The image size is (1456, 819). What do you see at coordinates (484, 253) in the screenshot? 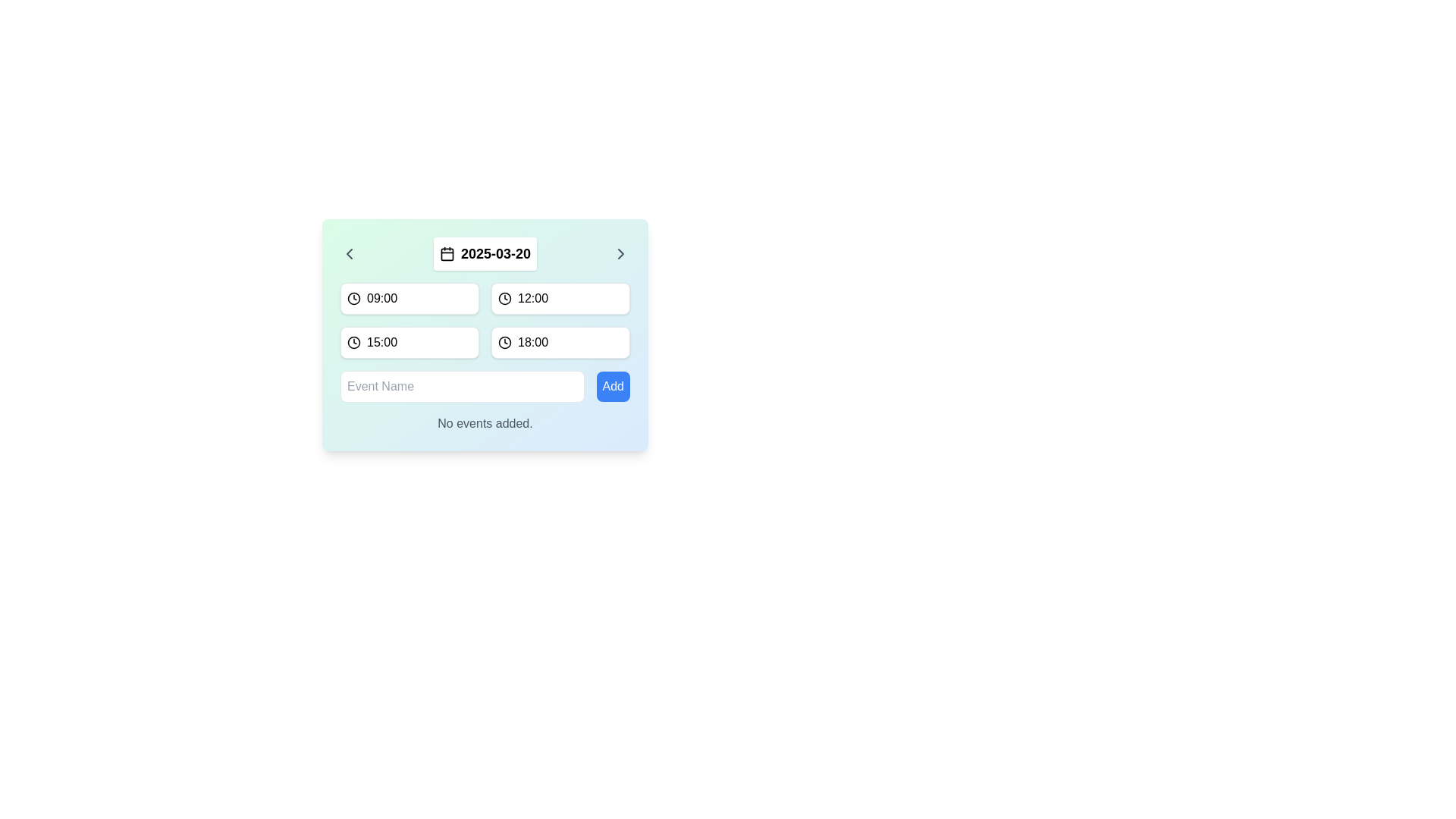
I see `the Date Display with Navigation that shows the date '2025-03-20'` at bounding box center [484, 253].